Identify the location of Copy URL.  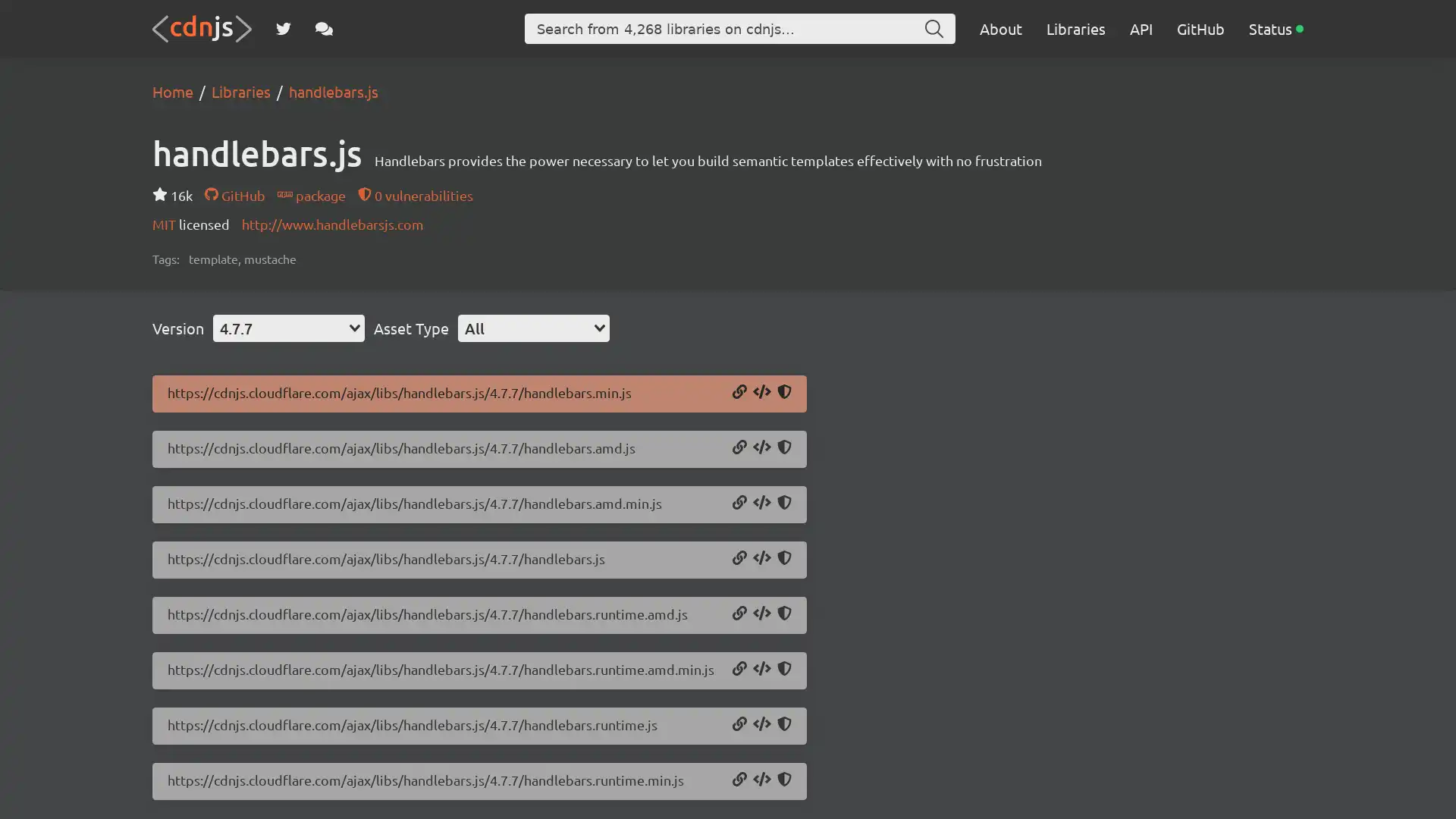
(739, 724).